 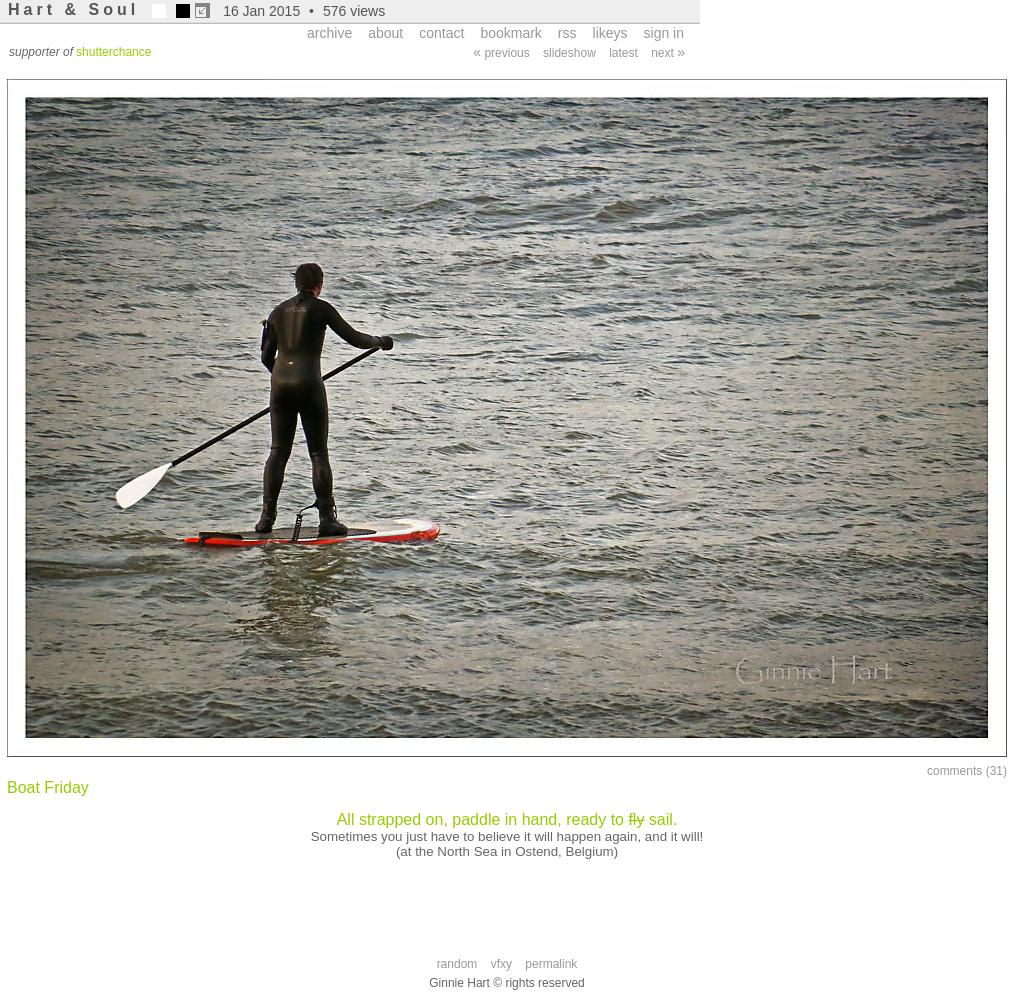 I want to click on 'random', so click(x=456, y=963).